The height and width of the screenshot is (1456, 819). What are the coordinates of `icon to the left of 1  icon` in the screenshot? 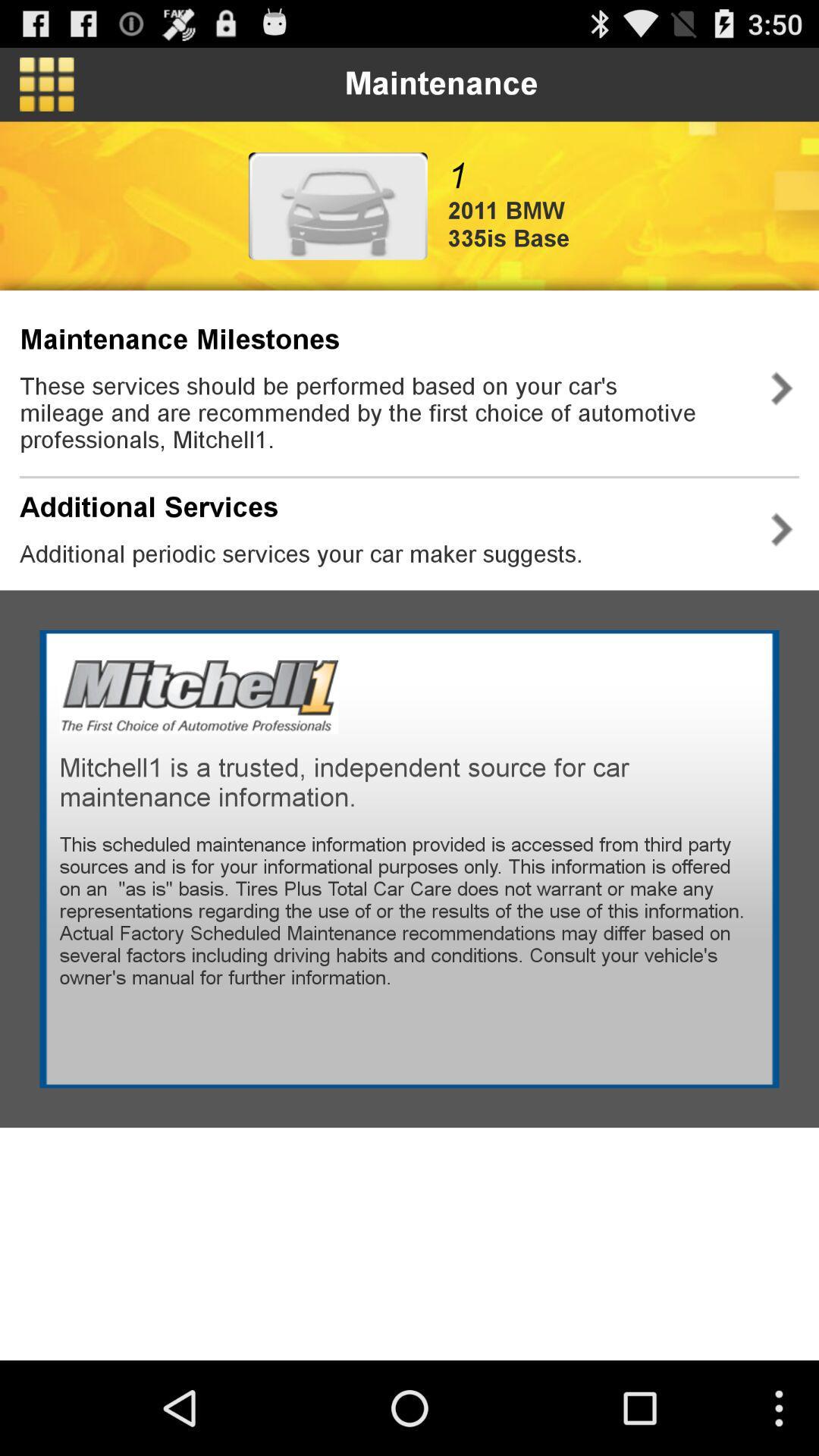 It's located at (337, 205).